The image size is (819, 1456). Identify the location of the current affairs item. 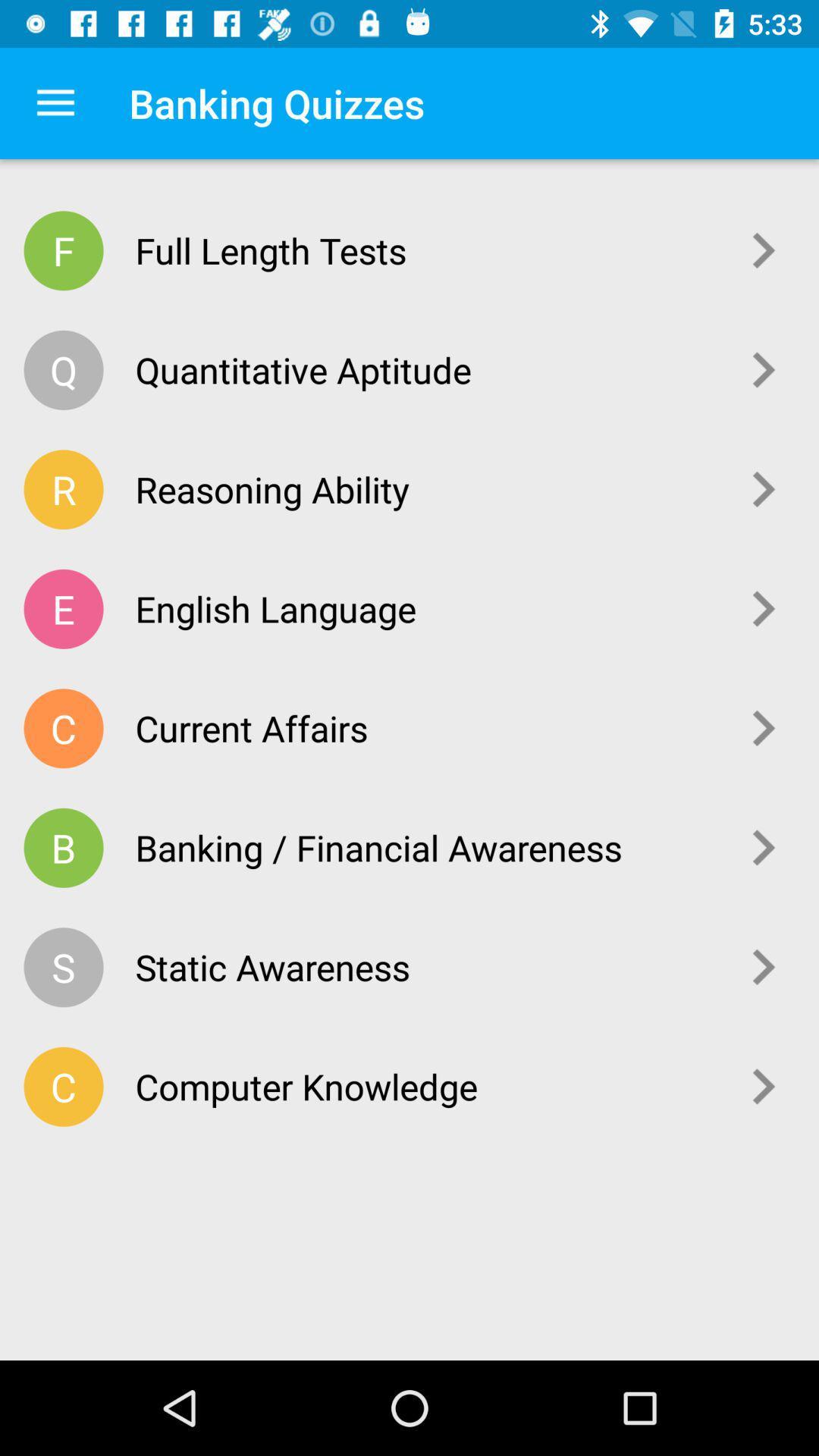
(425, 728).